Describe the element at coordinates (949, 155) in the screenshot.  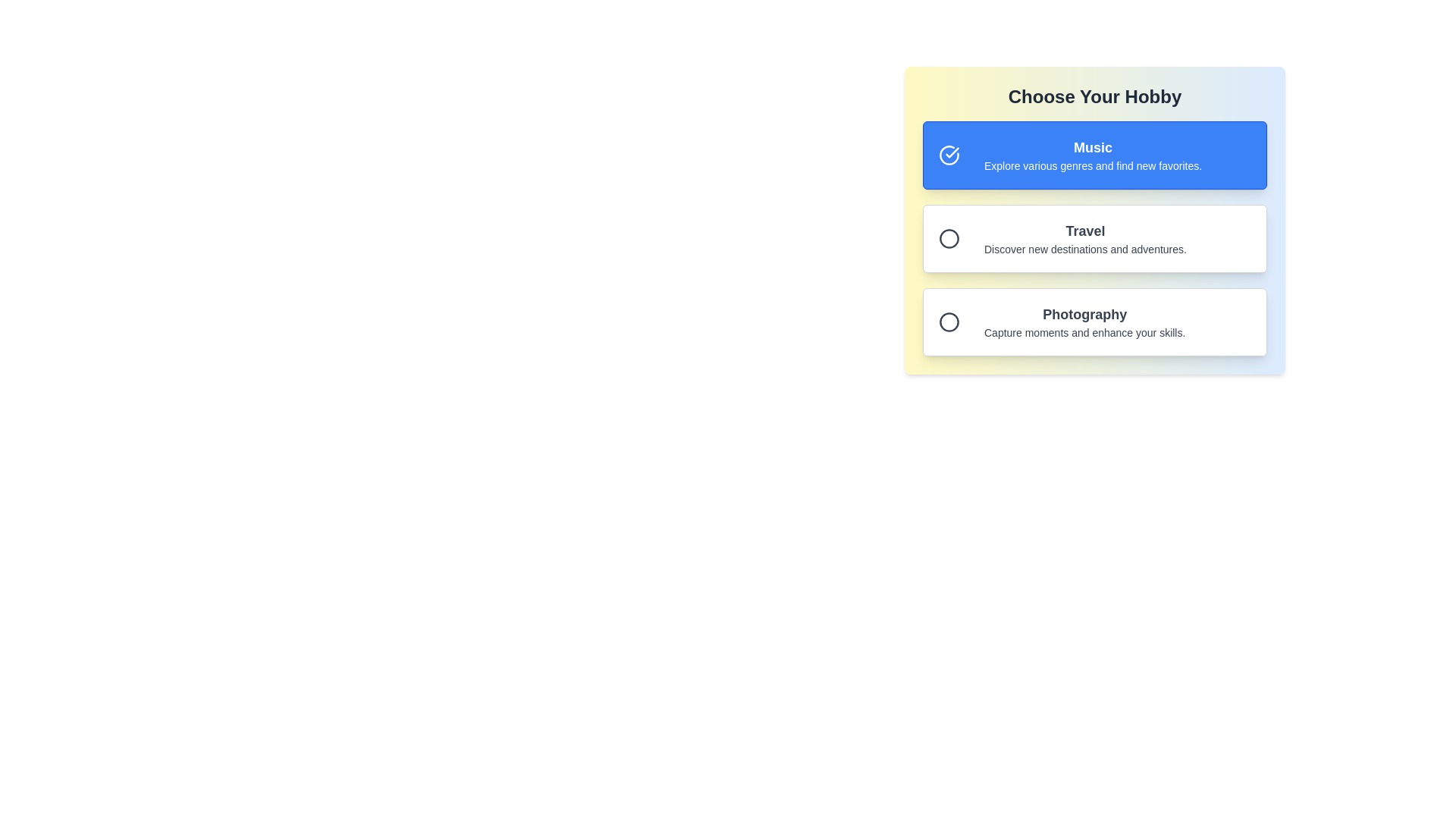
I see `the Icon (Circle Checkmark) located at the far-left of the 'Music' card, which features a circular design with a checkmark on a blue background` at that location.